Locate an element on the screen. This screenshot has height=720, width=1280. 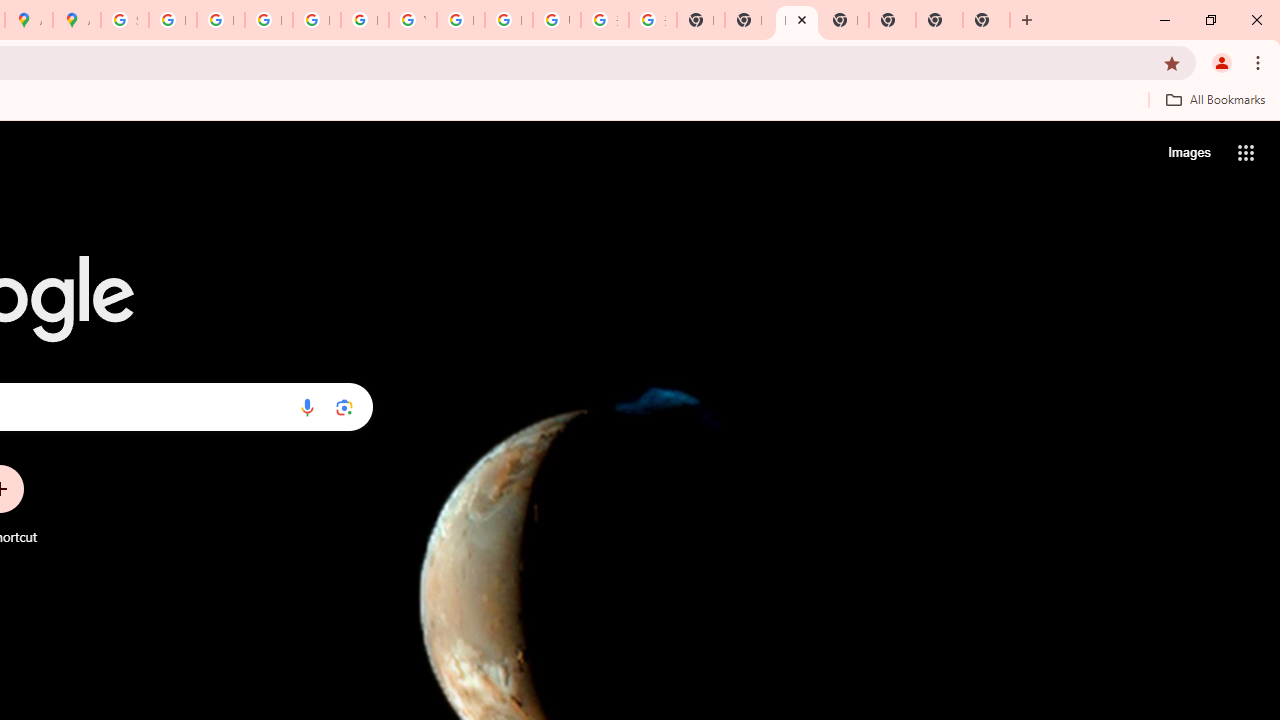
'YouTube' is located at coordinates (411, 20).